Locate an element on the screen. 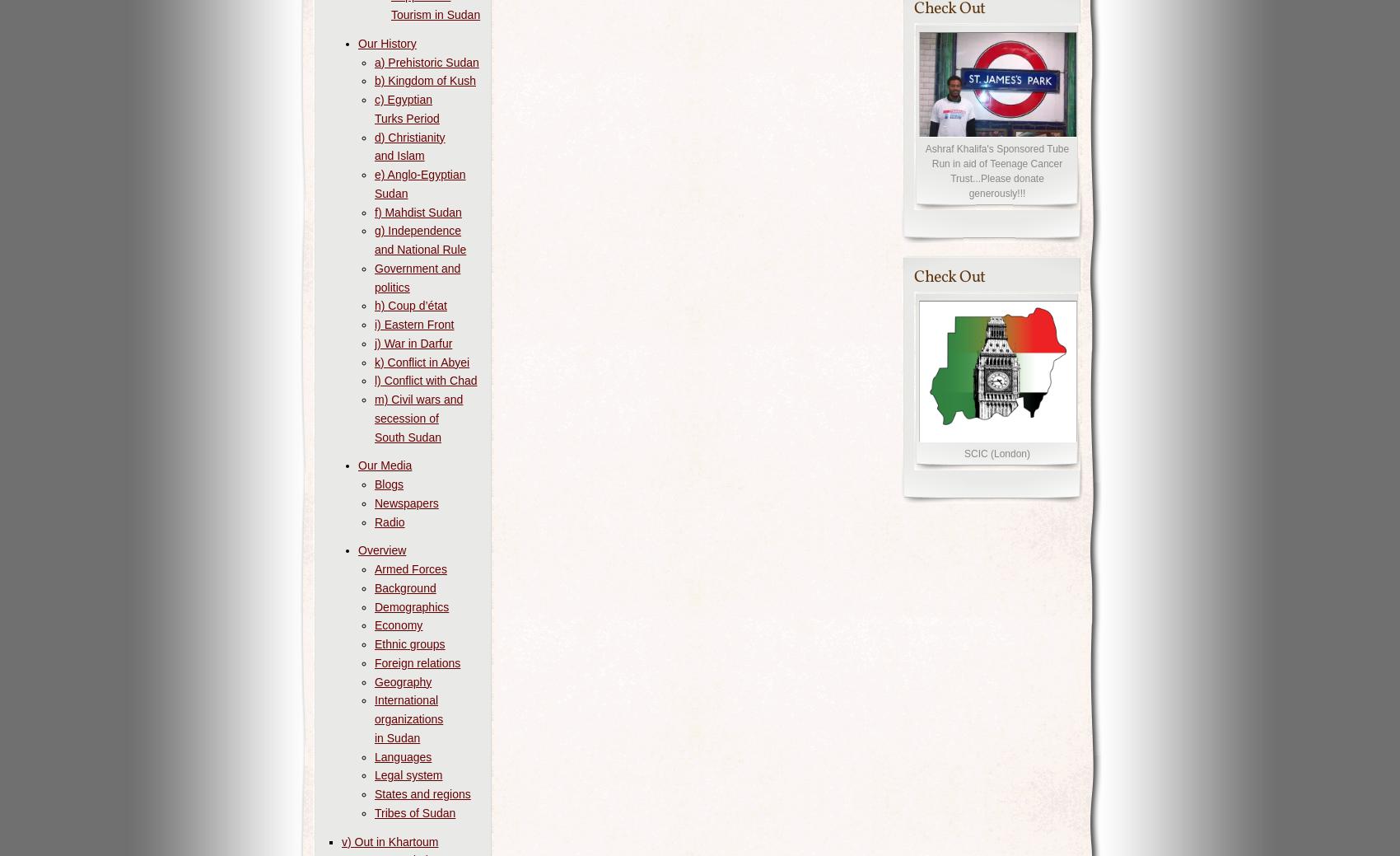  'Foreign relations' is located at coordinates (374, 661).